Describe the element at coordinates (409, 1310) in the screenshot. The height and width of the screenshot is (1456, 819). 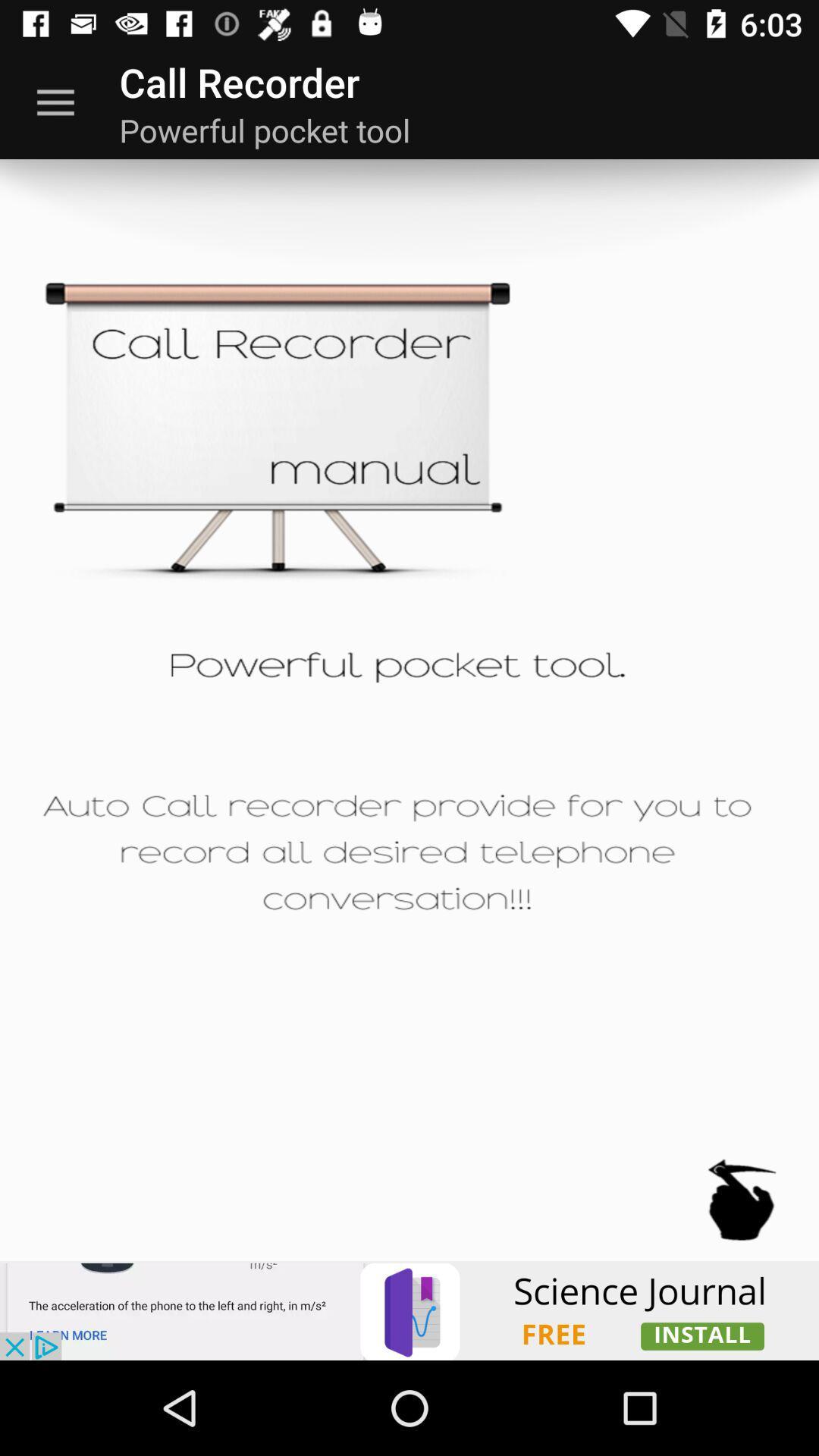
I see `opens a advertisement` at that location.